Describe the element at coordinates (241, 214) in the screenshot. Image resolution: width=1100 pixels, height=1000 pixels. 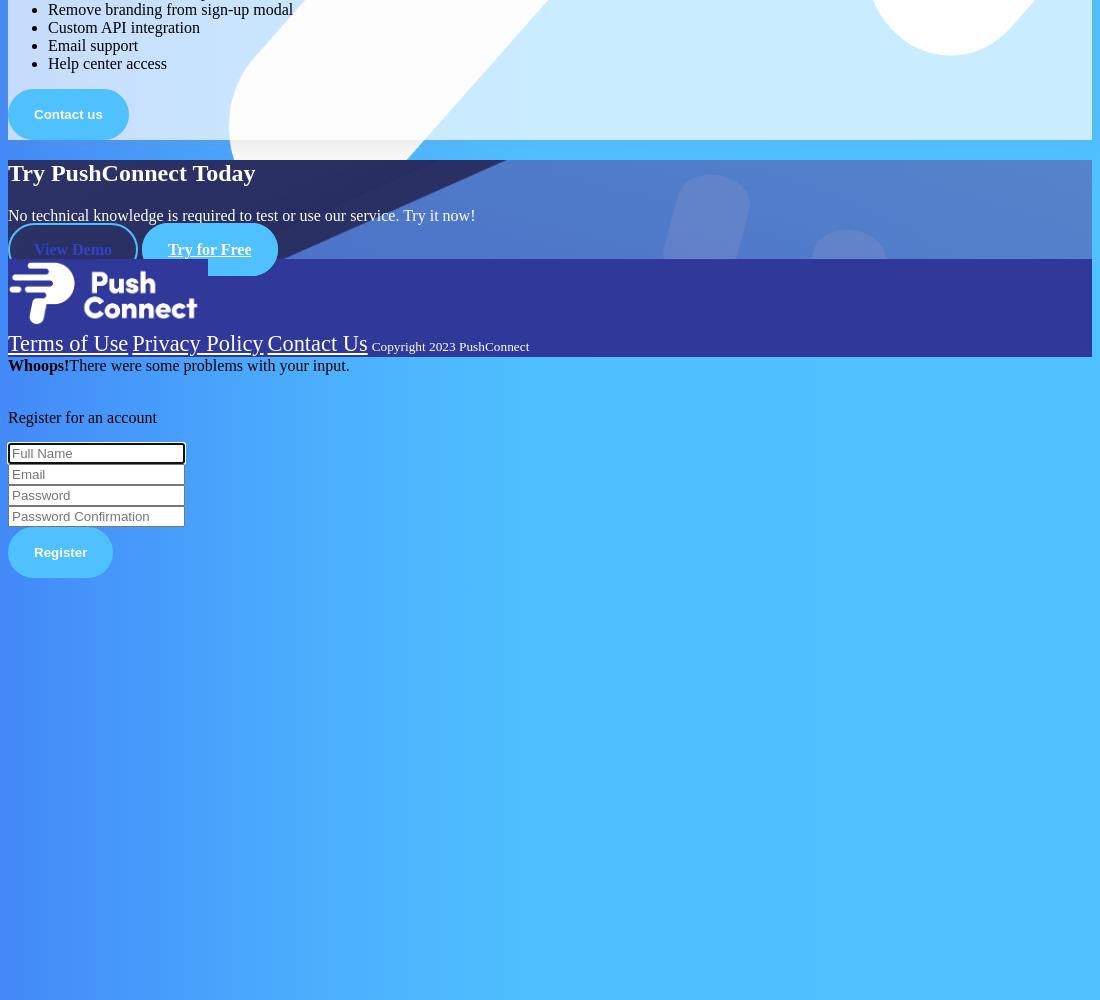
I see `'No technical knowledge is required to test or use our service. Try it now!'` at that location.